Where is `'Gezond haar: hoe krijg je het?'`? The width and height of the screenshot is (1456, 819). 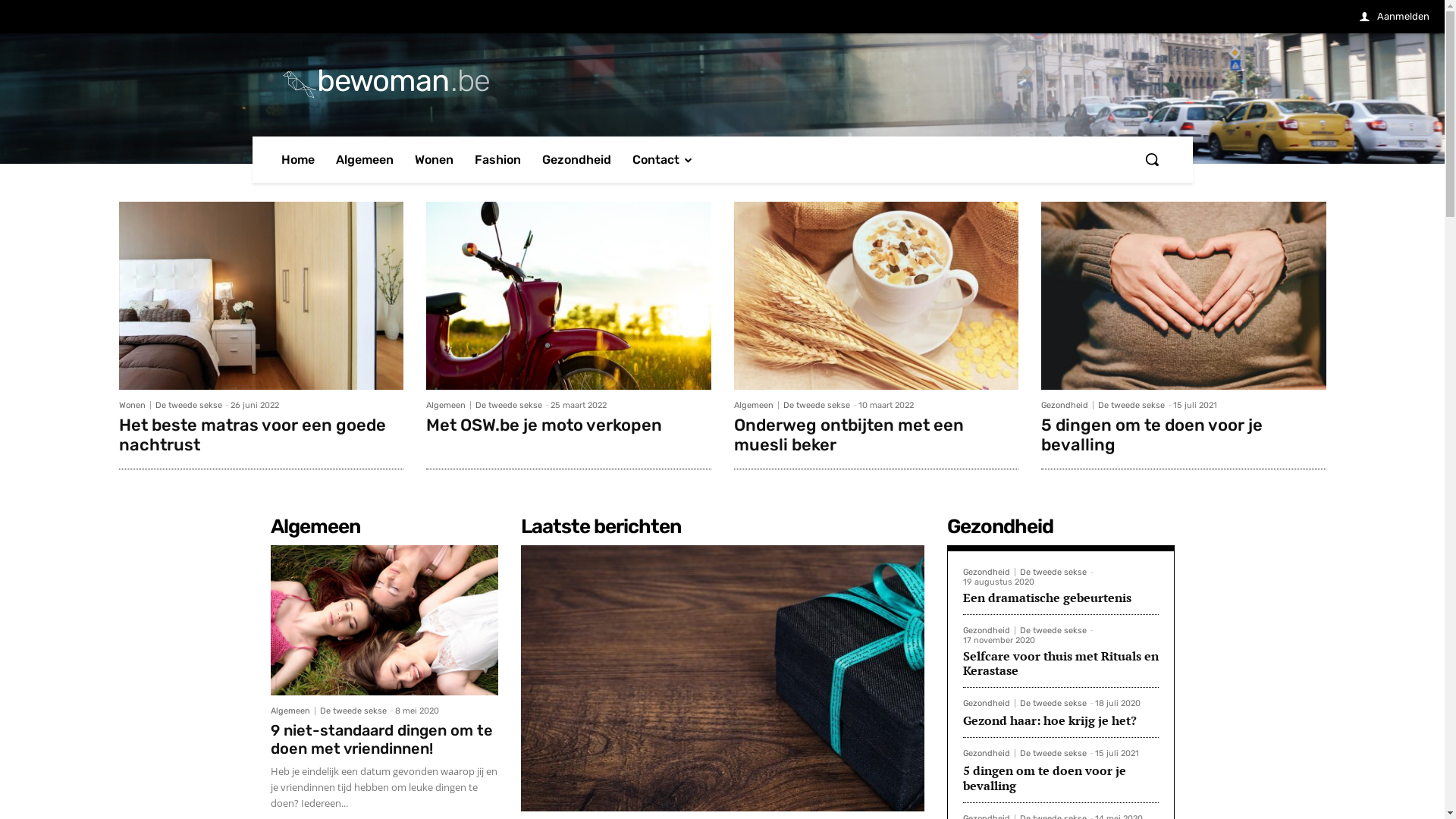
'Gezond haar: hoe krijg je het?' is located at coordinates (1049, 719).